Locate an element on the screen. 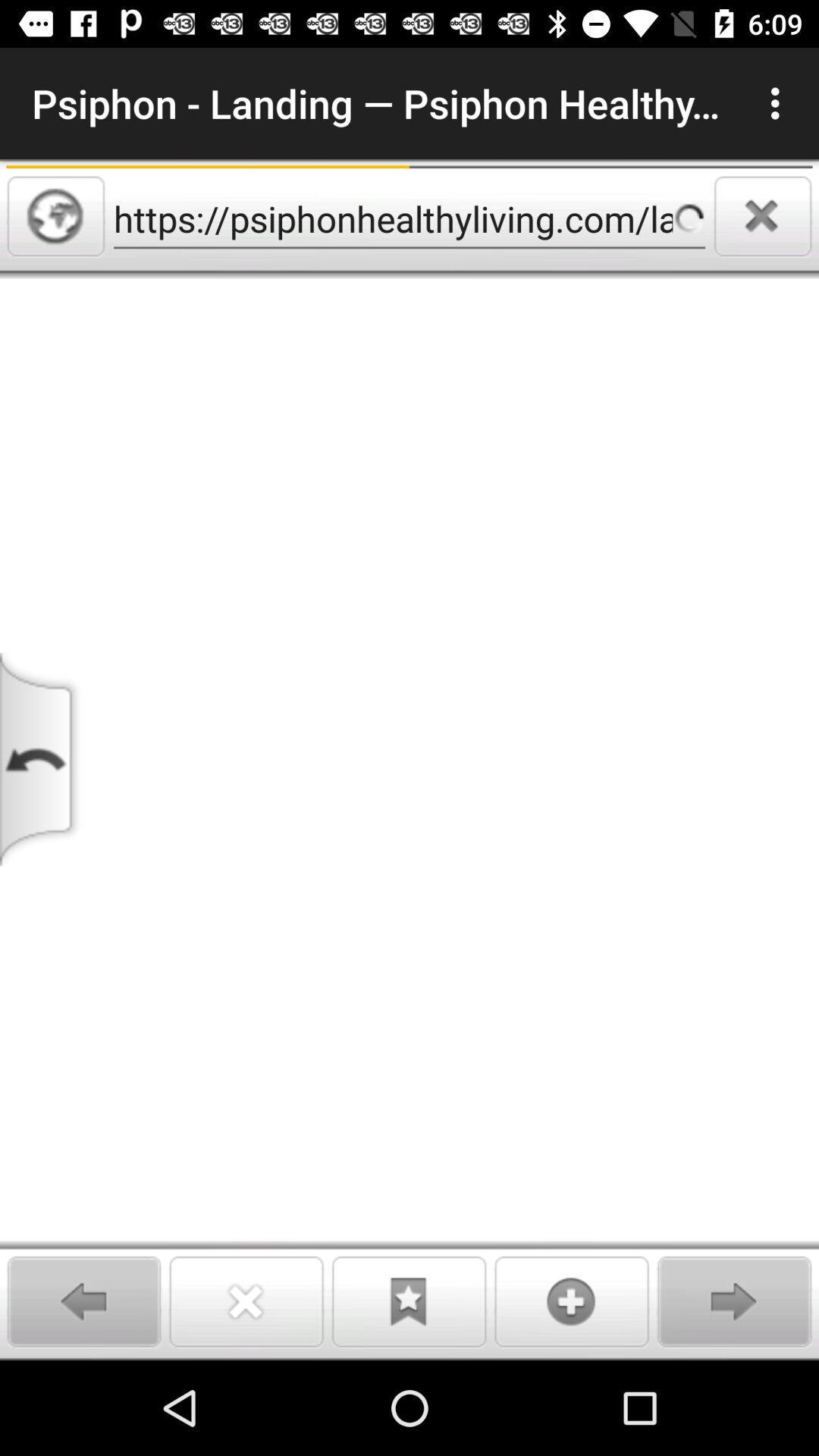 The image size is (819, 1456). bookmark button is located at coordinates (408, 1301).